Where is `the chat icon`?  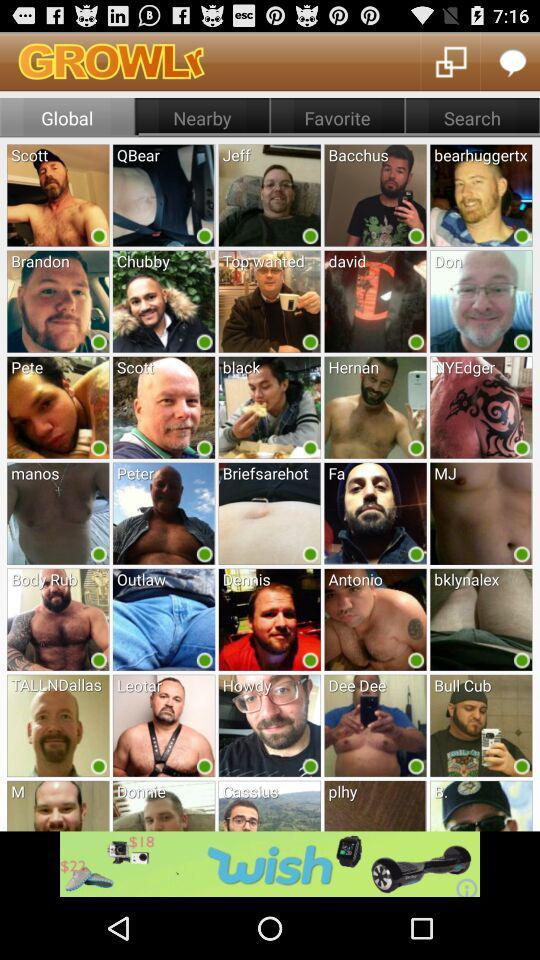 the chat icon is located at coordinates (511, 65).